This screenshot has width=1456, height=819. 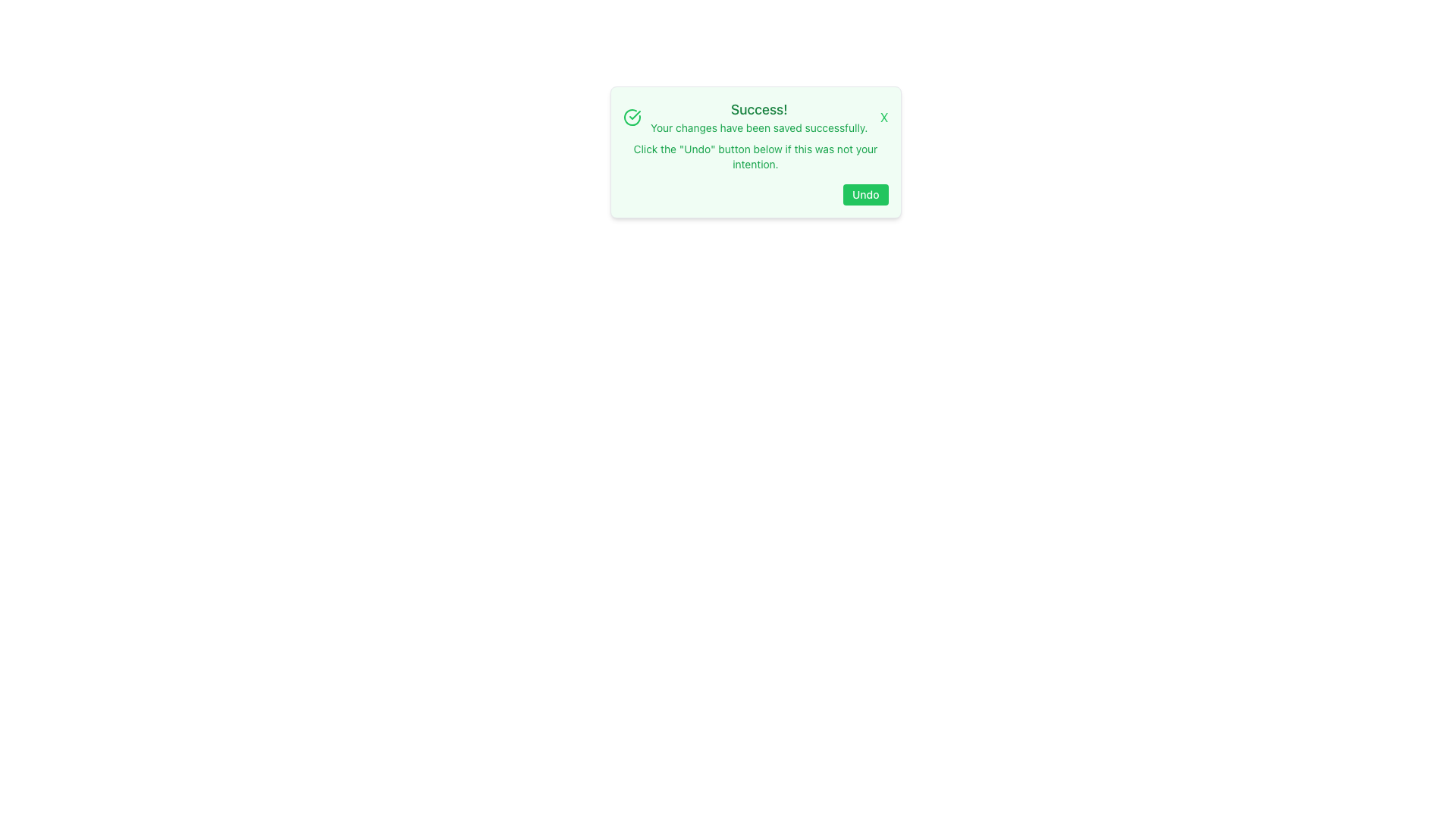 What do you see at coordinates (865, 194) in the screenshot?
I see `the undo button located at the bottom-right corner of the light green notification box` at bounding box center [865, 194].